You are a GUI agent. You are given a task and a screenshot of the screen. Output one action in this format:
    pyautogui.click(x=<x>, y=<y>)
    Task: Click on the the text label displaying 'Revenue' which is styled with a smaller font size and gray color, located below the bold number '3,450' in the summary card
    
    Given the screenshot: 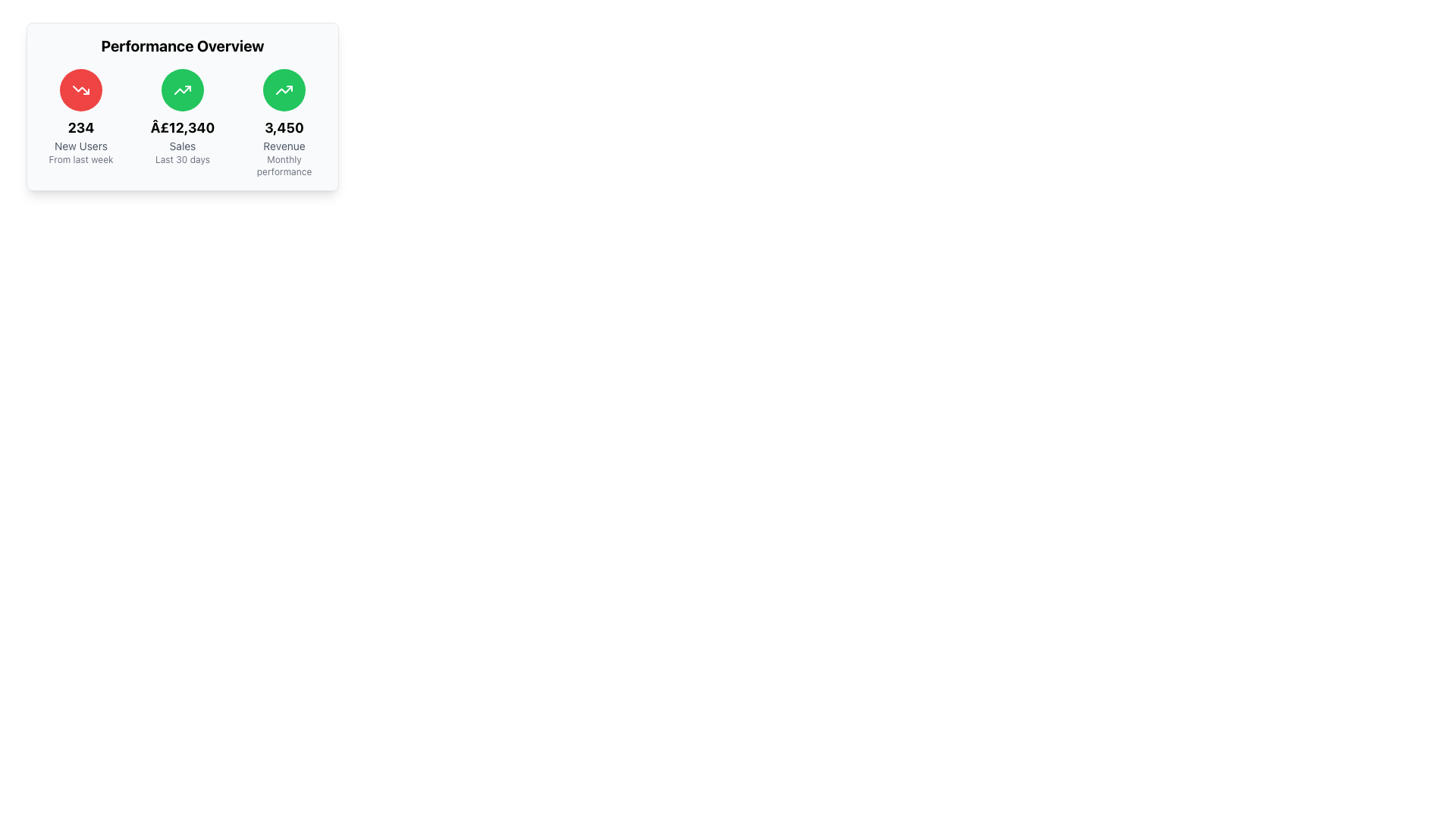 What is the action you would take?
    pyautogui.click(x=284, y=146)
    